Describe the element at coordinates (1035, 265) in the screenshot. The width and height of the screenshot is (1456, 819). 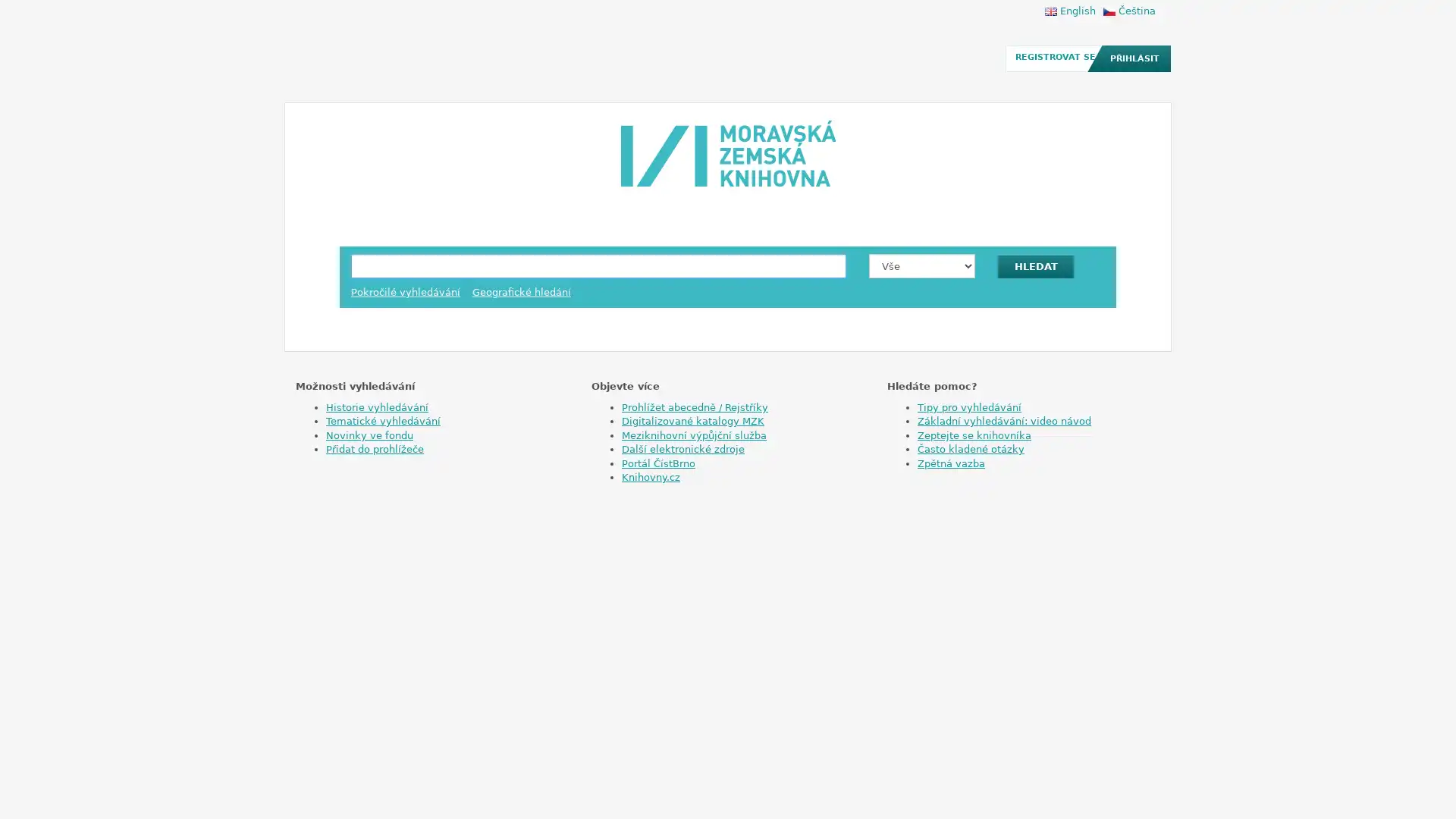
I see `HLEDAT` at that location.